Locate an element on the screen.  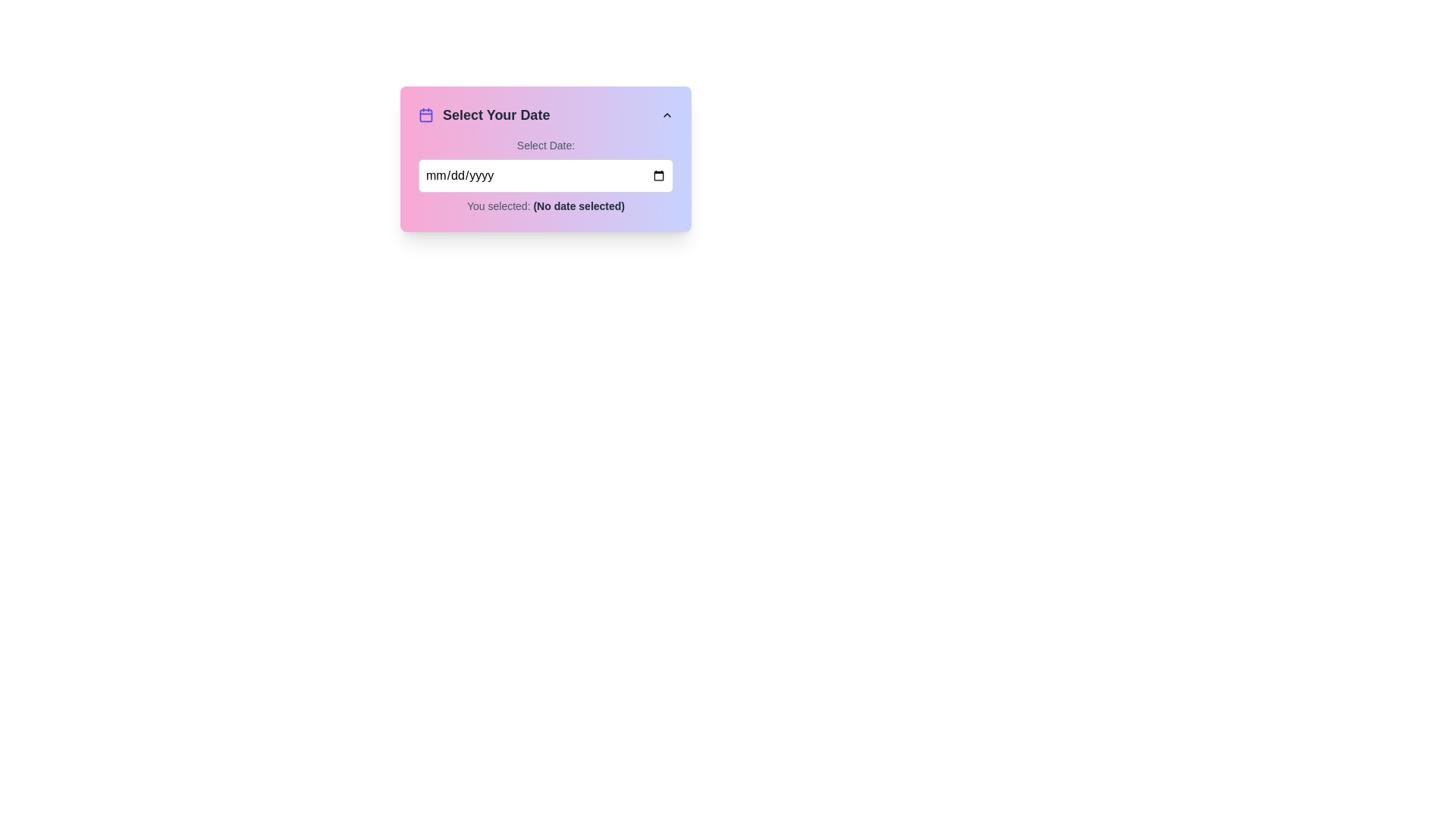
a date from the date picker in the user input section titled 'Select Your Date', which includes an input field for date selection is located at coordinates (546, 158).